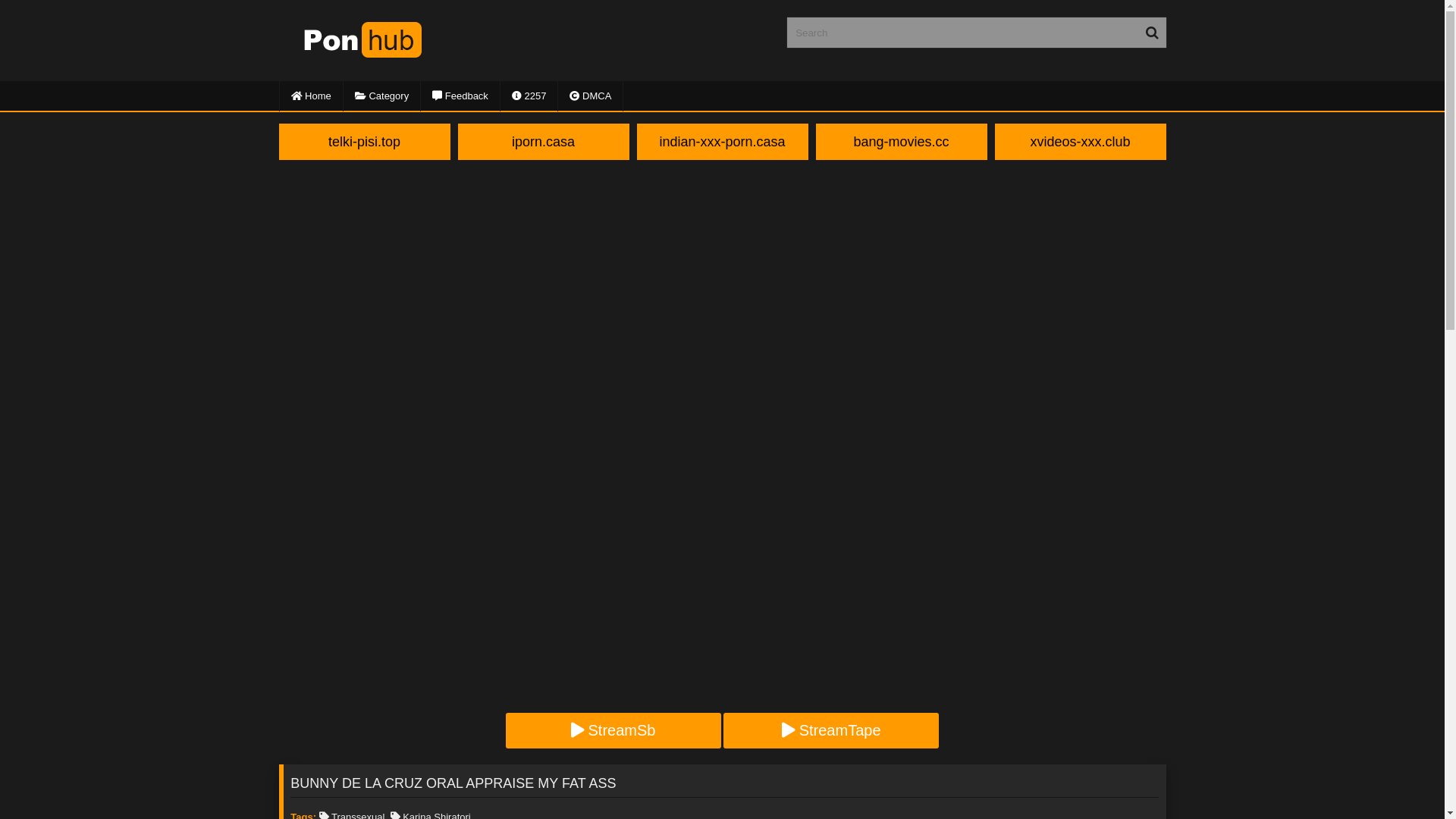 This screenshot has height=819, width=1456. What do you see at coordinates (529, 96) in the screenshot?
I see `'2257'` at bounding box center [529, 96].